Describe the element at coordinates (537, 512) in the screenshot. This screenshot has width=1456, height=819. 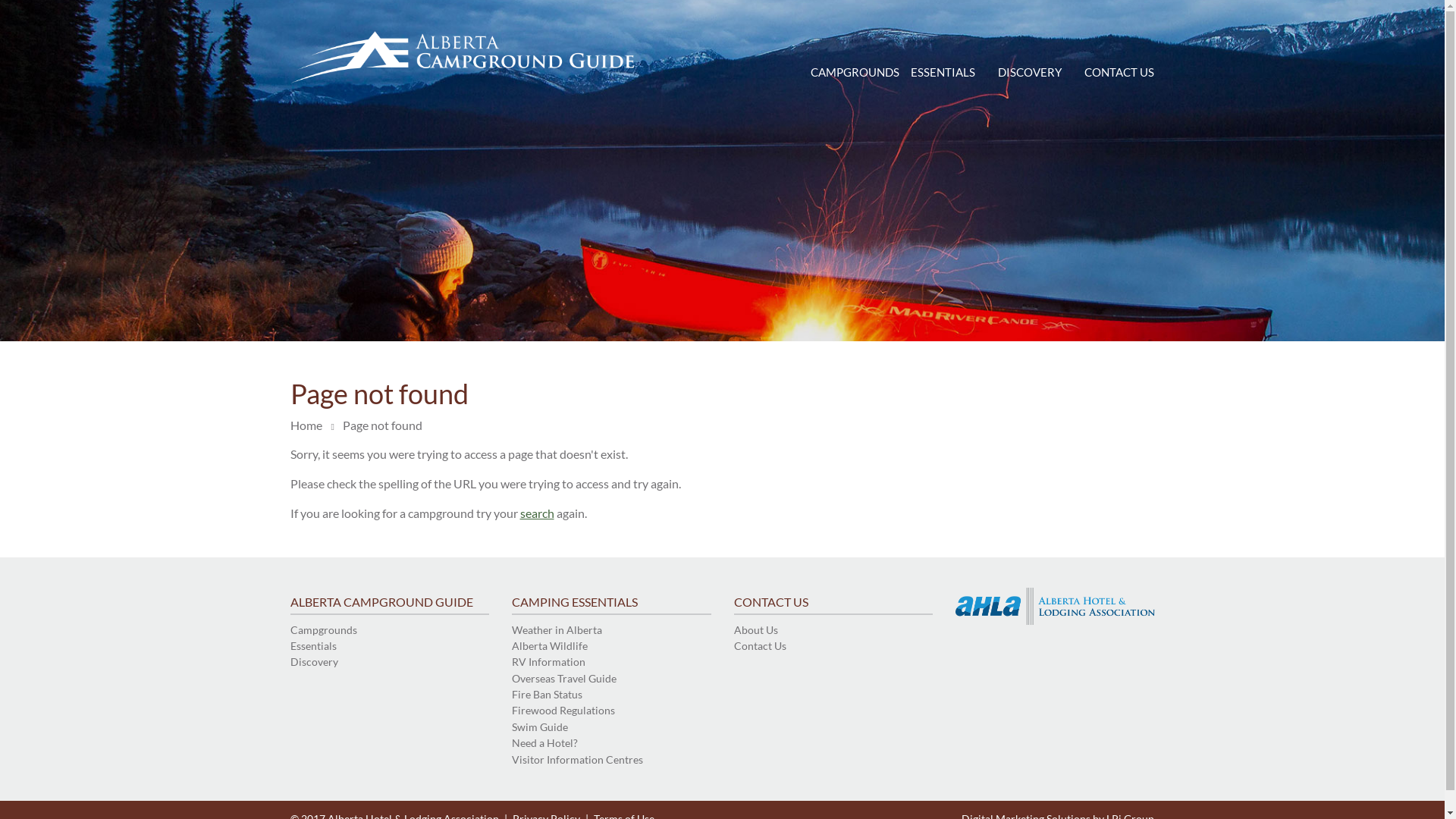
I see `'search'` at that location.